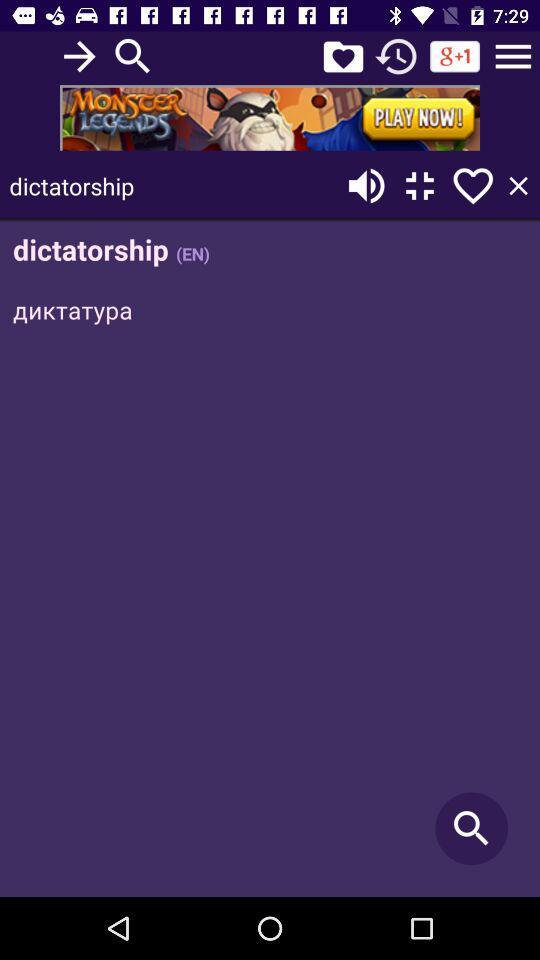 This screenshot has width=540, height=960. I want to click on show favorite list, so click(342, 55).